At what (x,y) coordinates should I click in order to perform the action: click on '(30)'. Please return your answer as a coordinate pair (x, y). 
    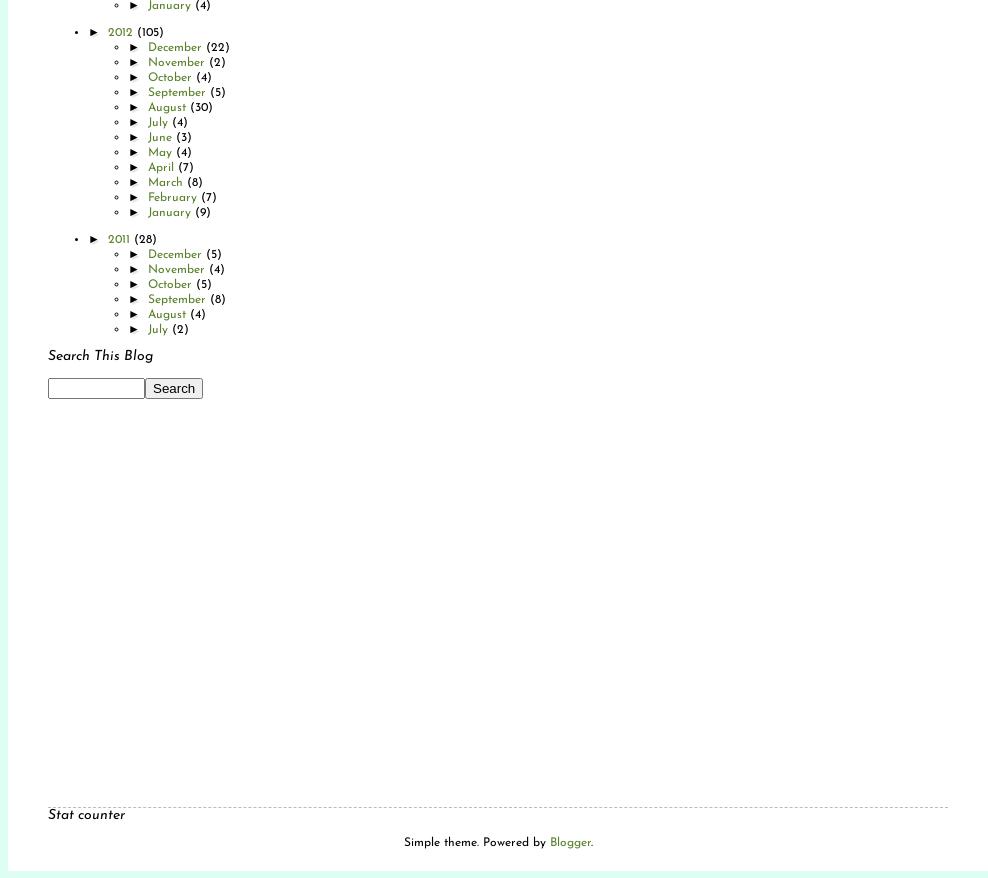
    Looking at the image, I should click on (189, 106).